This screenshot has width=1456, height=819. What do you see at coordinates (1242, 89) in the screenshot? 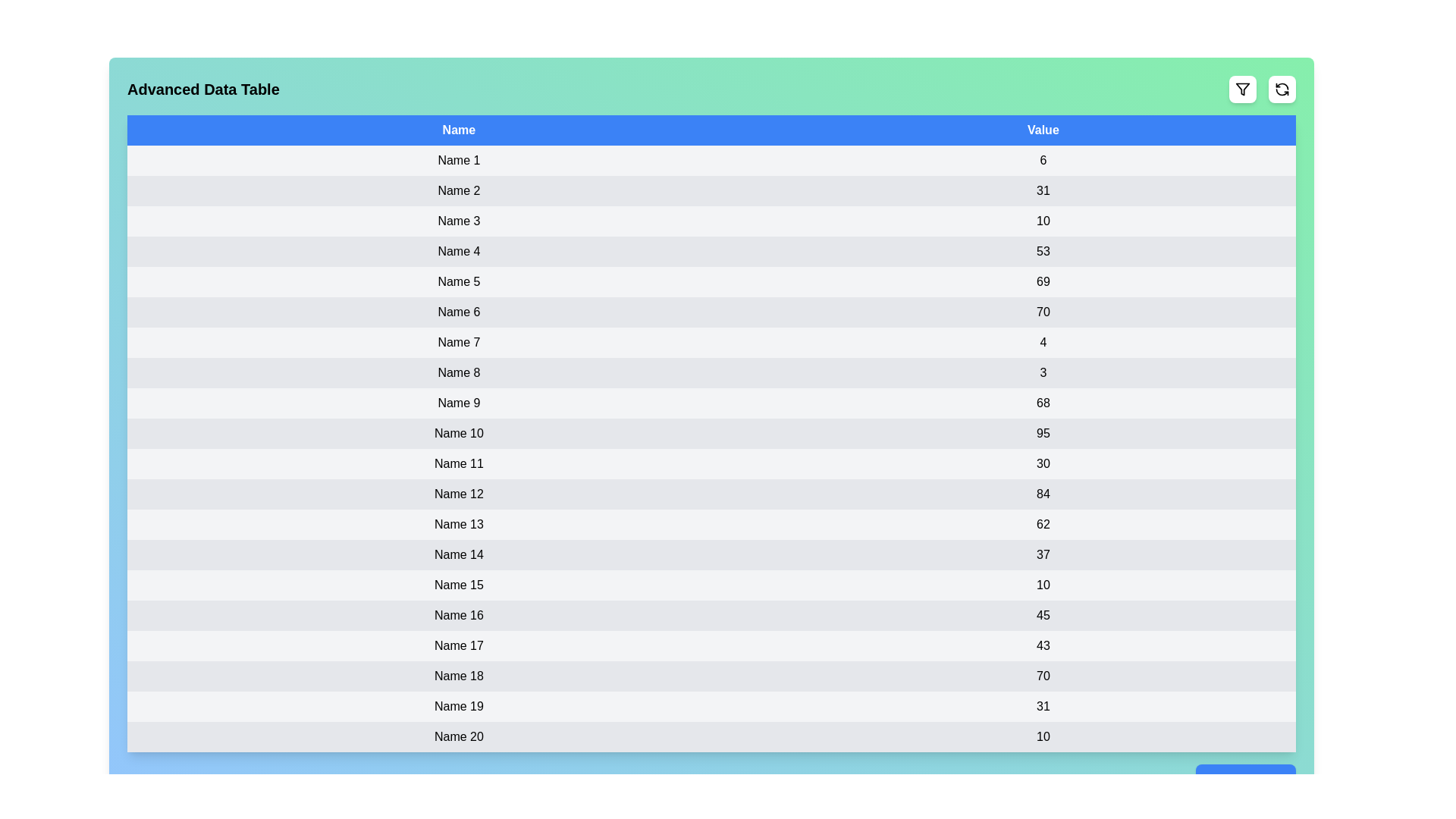
I see `the filter button to filter data` at bounding box center [1242, 89].